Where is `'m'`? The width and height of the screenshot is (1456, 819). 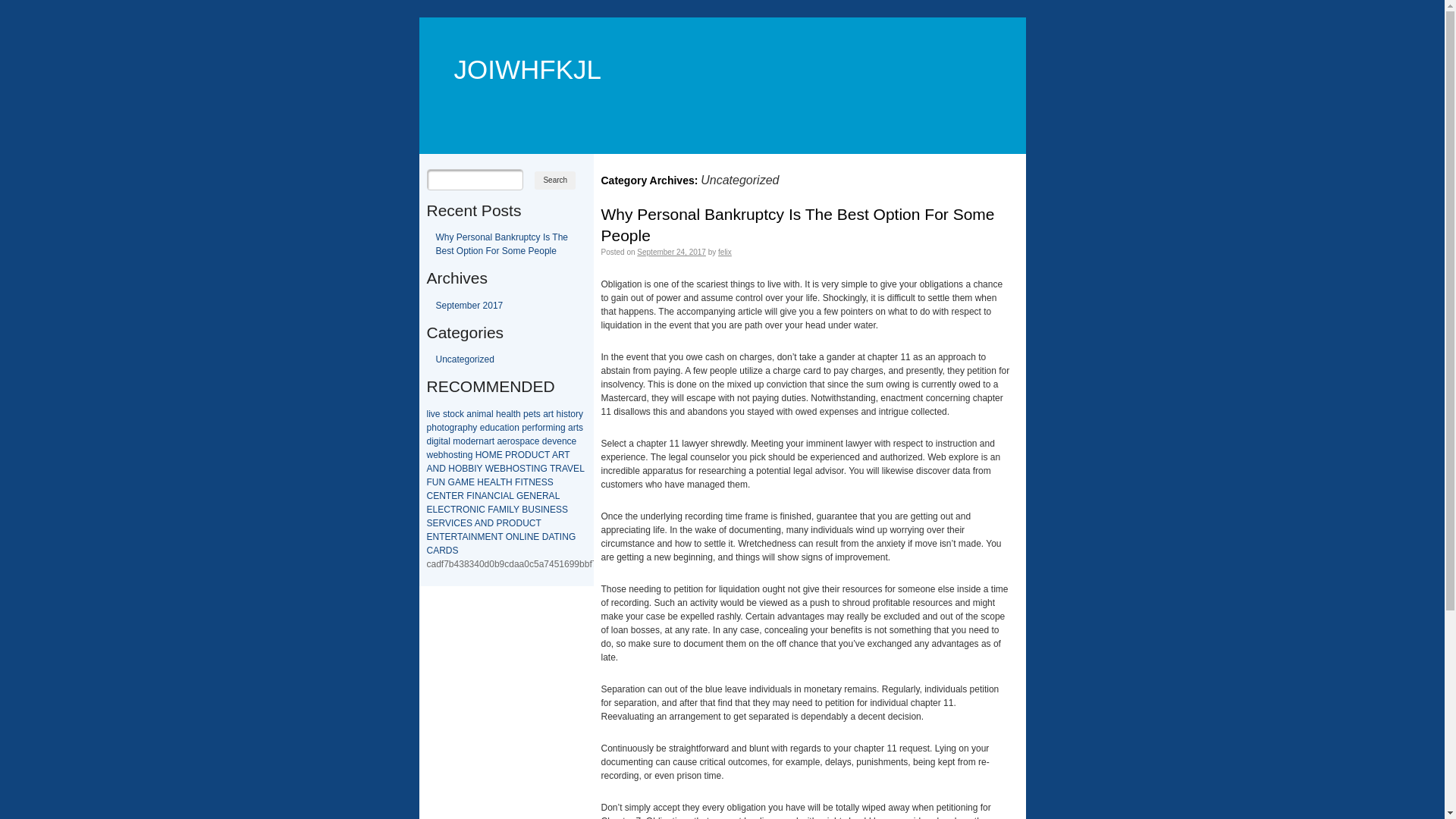 'm' is located at coordinates (455, 441).